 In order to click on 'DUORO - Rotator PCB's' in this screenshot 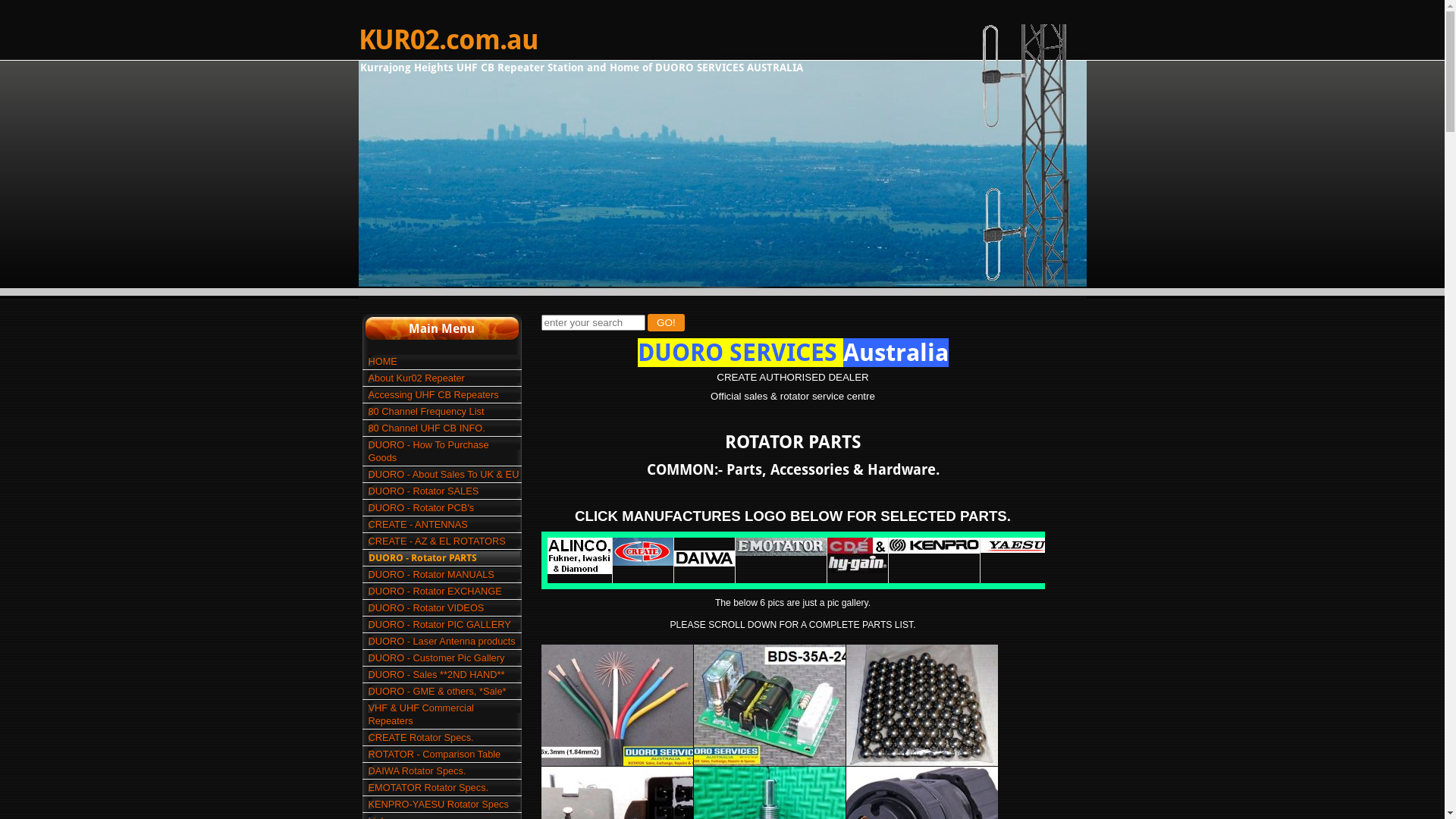, I will do `click(443, 507)`.